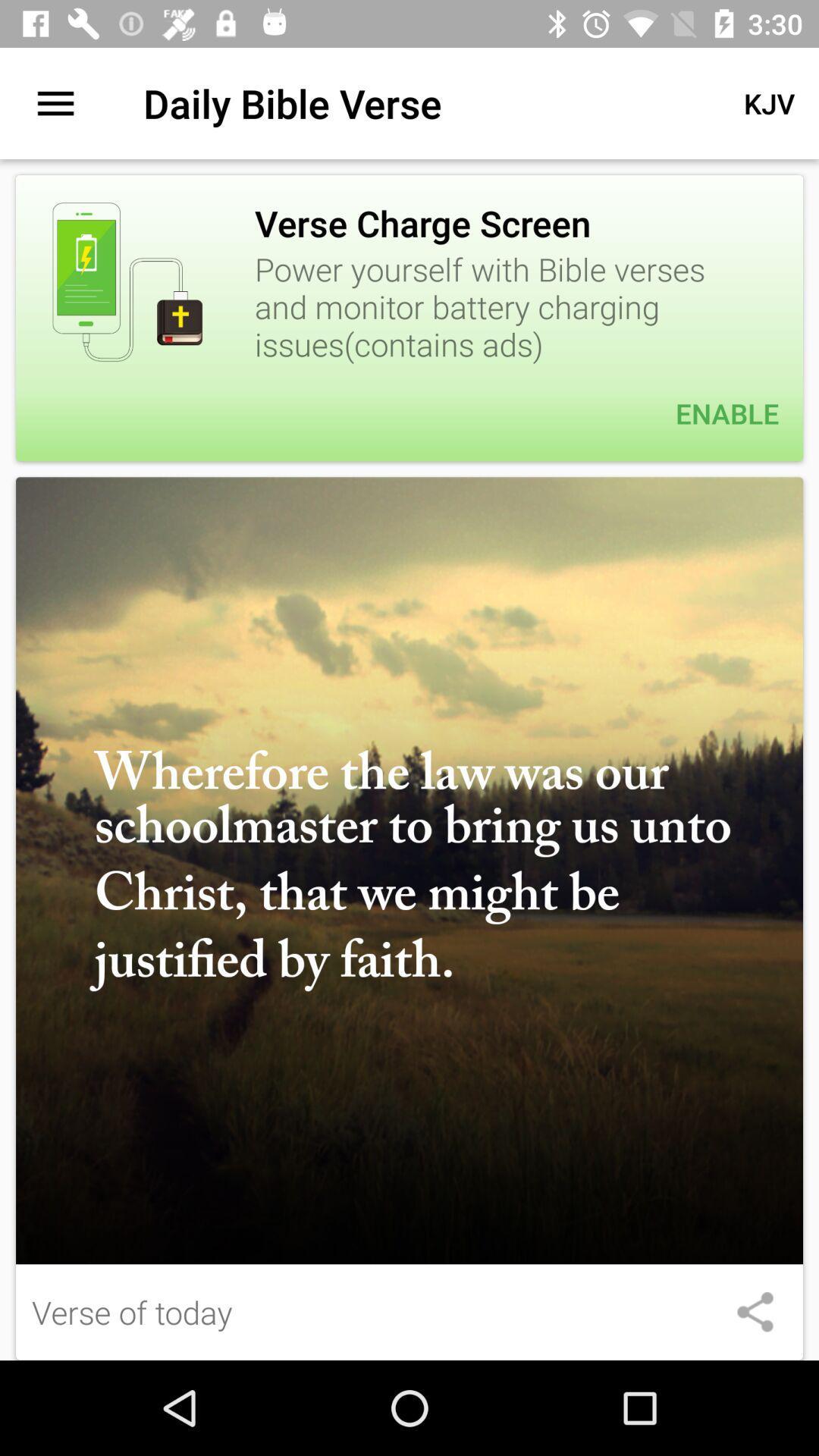 This screenshot has width=819, height=1456. What do you see at coordinates (755, 1311) in the screenshot?
I see `share this image` at bounding box center [755, 1311].